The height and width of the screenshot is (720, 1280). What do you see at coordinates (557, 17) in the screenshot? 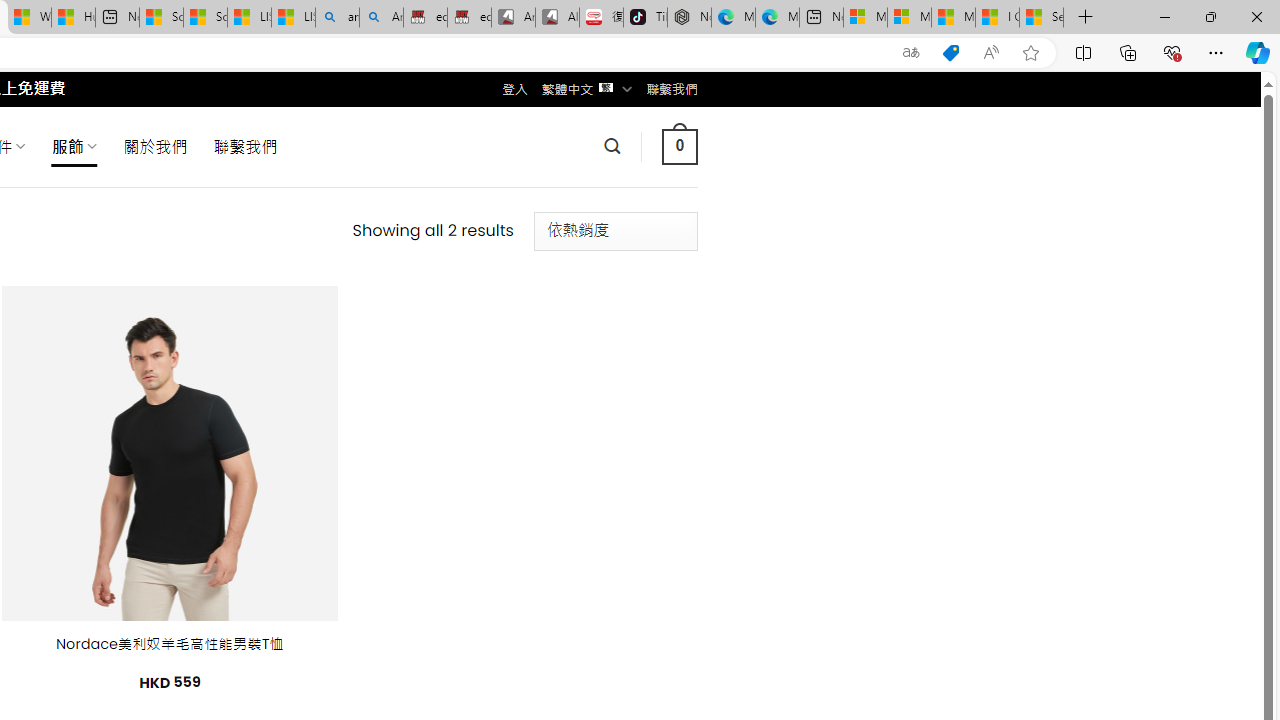
I see `'All Cubot phones'` at bounding box center [557, 17].